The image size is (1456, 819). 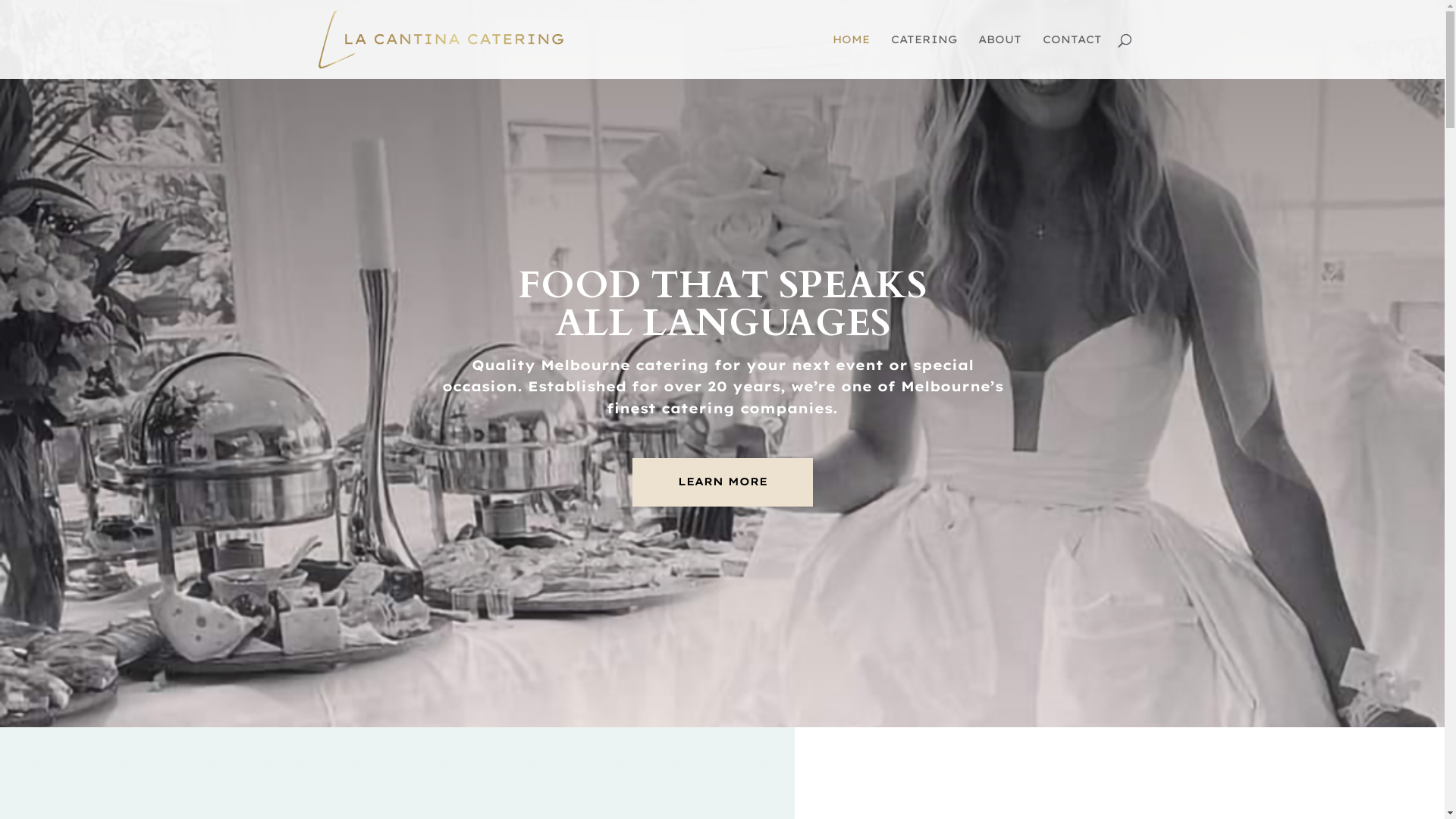 I want to click on 'HOME', so click(x=851, y=55).